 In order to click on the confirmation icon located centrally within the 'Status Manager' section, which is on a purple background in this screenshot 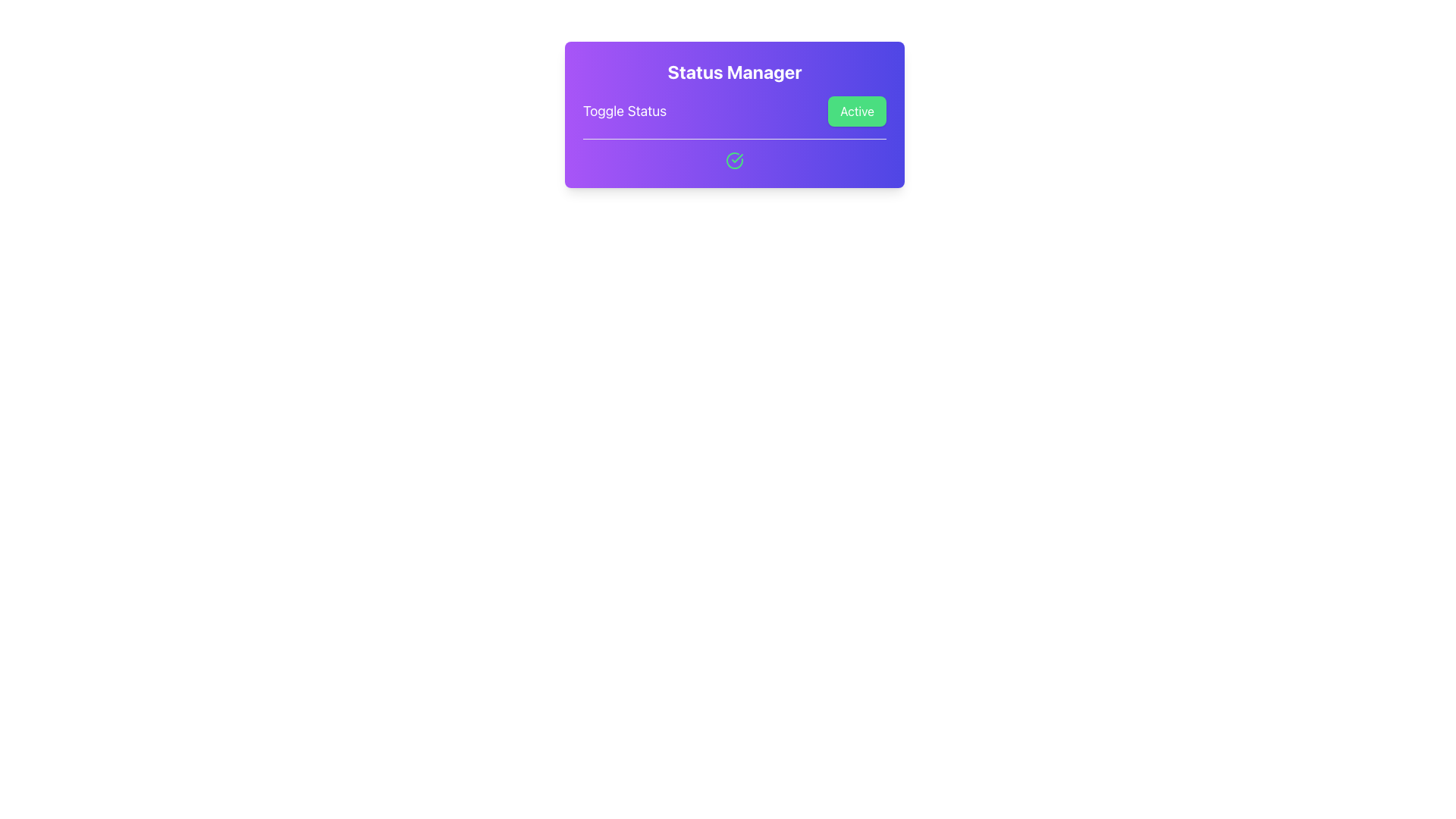, I will do `click(735, 161)`.